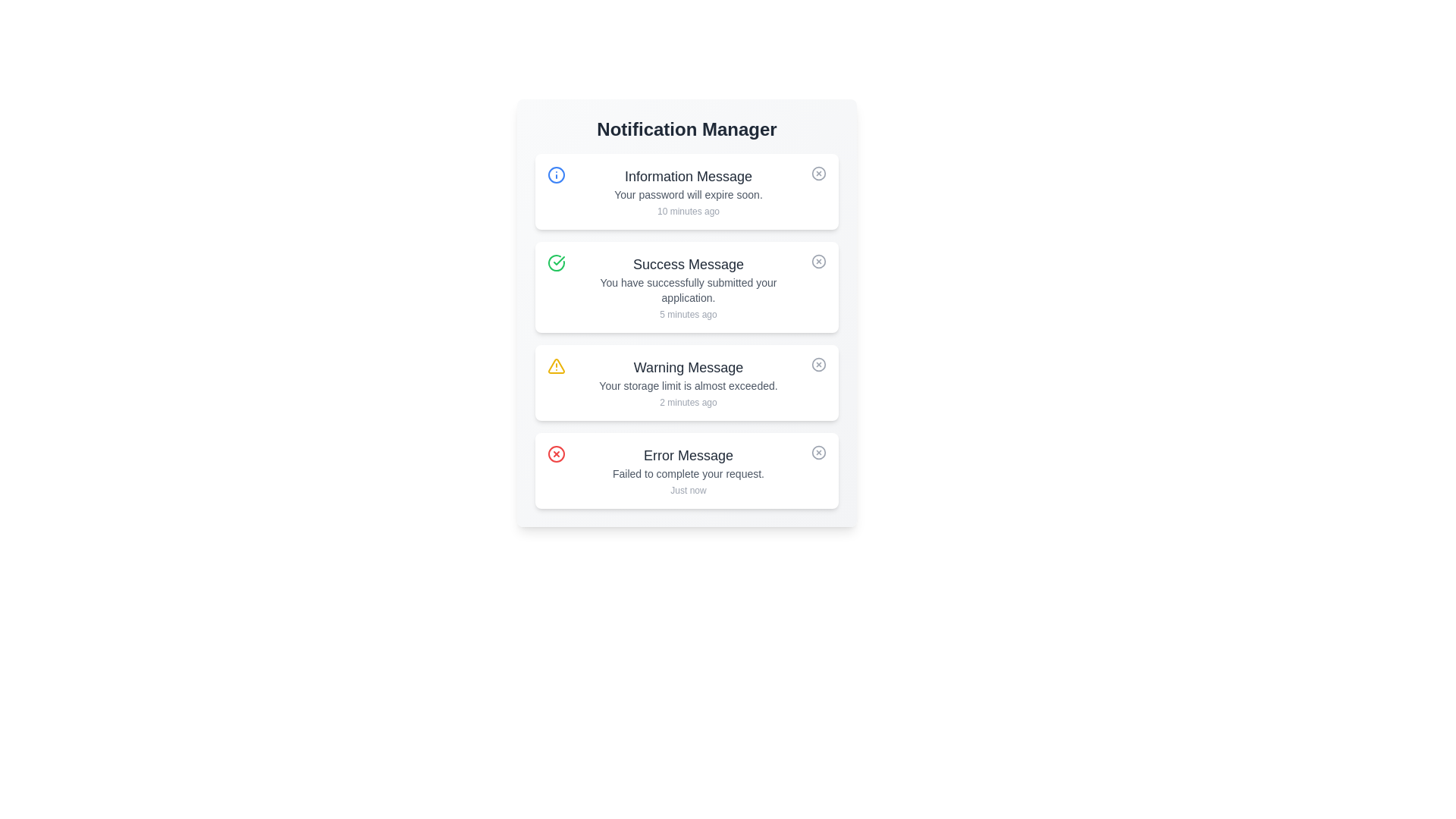  What do you see at coordinates (687, 290) in the screenshot?
I see `information displayed in the text label that states 'You have successfully submitted your application.' located in the second notification card under the title 'Success Message.'` at bounding box center [687, 290].